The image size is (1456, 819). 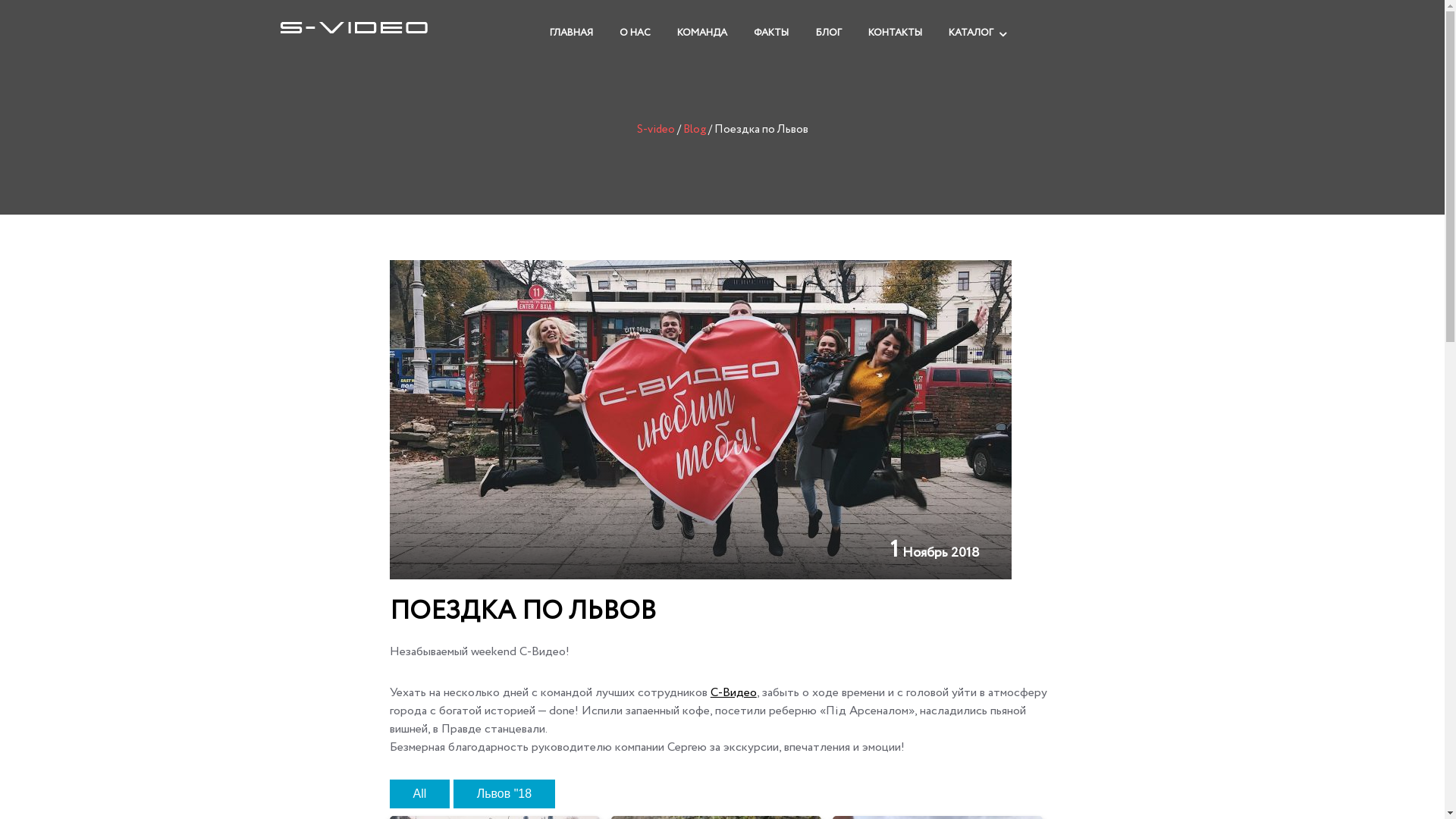 What do you see at coordinates (682, 128) in the screenshot?
I see `'Blog'` at bounding box center [682, 128].